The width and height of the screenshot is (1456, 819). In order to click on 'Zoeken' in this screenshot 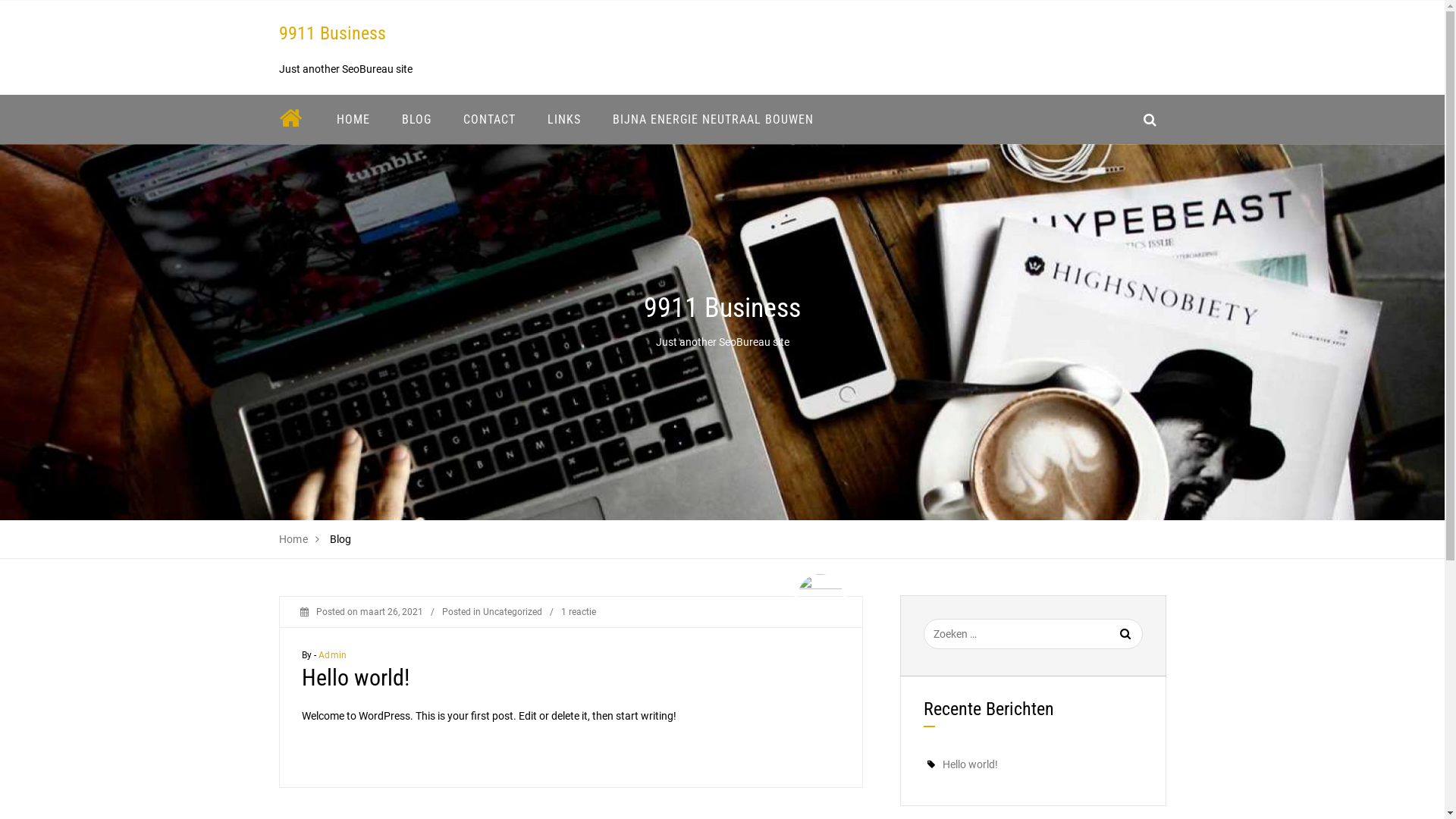, I will do `click(1107, 643)`.